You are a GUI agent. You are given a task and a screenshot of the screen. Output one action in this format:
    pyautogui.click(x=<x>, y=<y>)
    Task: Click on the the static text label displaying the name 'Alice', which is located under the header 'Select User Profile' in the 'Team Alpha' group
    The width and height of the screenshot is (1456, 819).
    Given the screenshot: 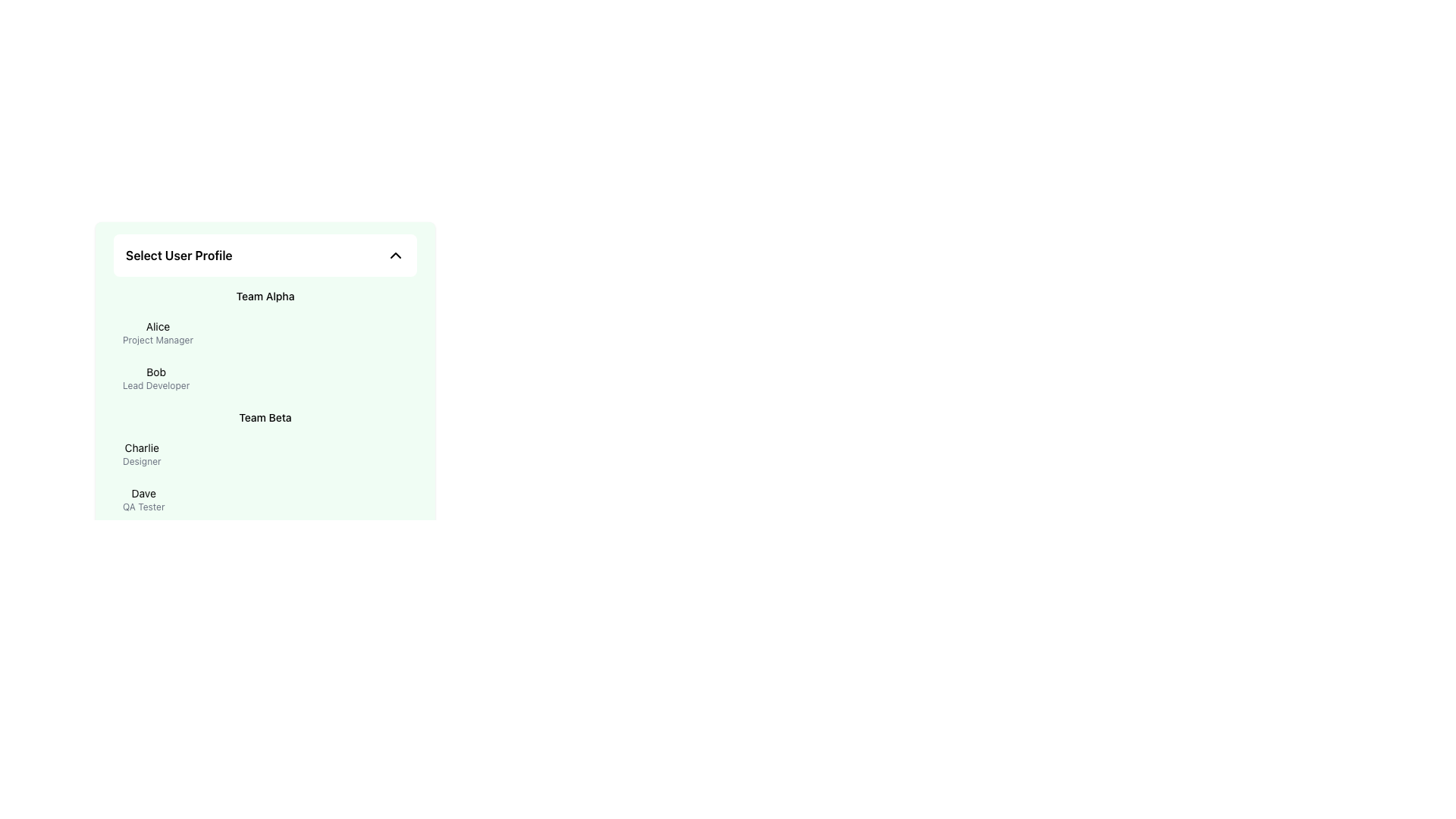 What is the action you would take?
    pyautogui.click(x=158, y=326)
    